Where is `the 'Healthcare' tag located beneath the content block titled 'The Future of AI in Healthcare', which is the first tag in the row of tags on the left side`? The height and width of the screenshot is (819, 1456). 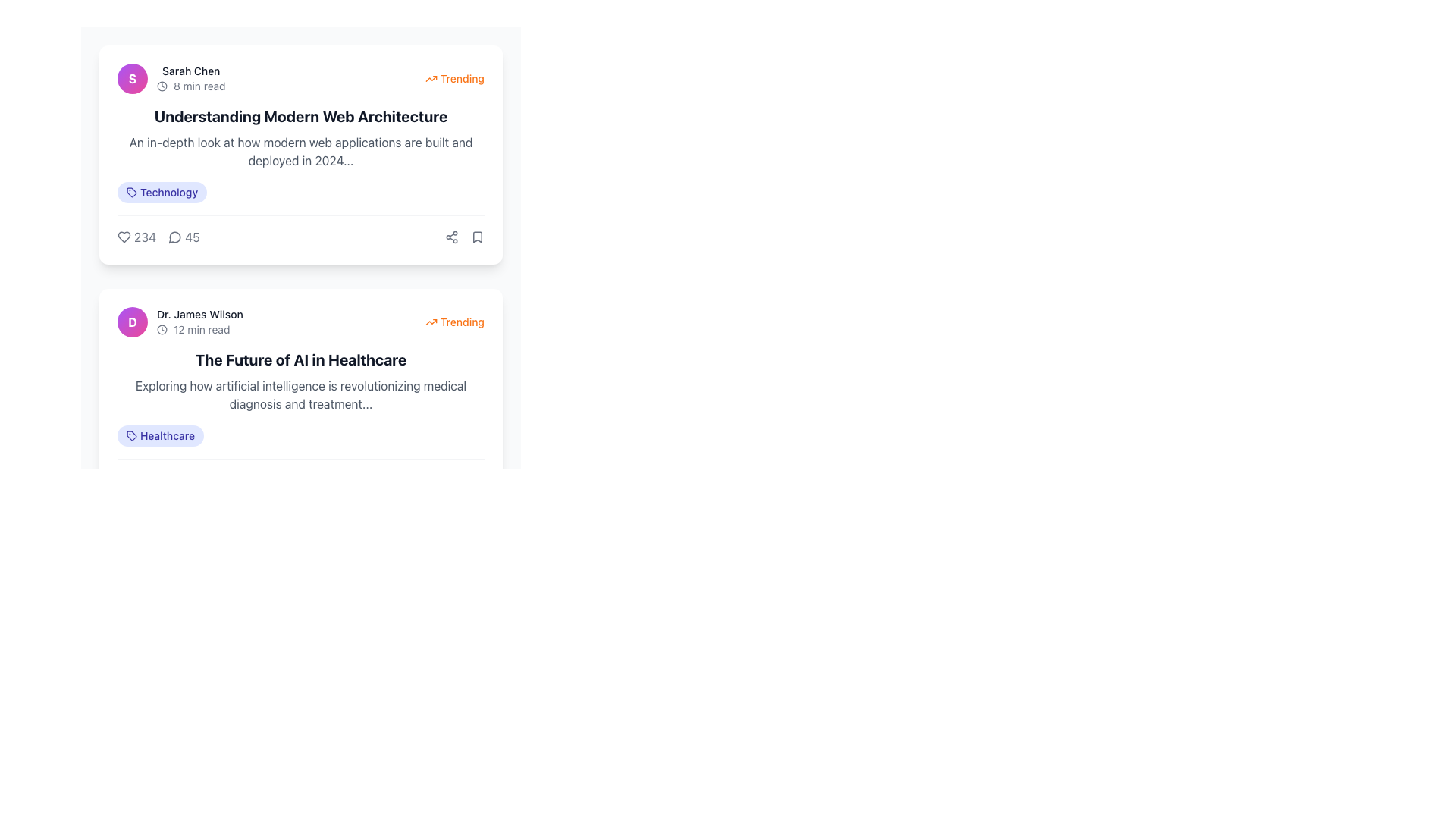 the 'Healthcare' tag located beneath the content block titled 'The Future of AI in Healthcare', which is the first tag in the row of tags on the left side is located at coordinates (301, 435).